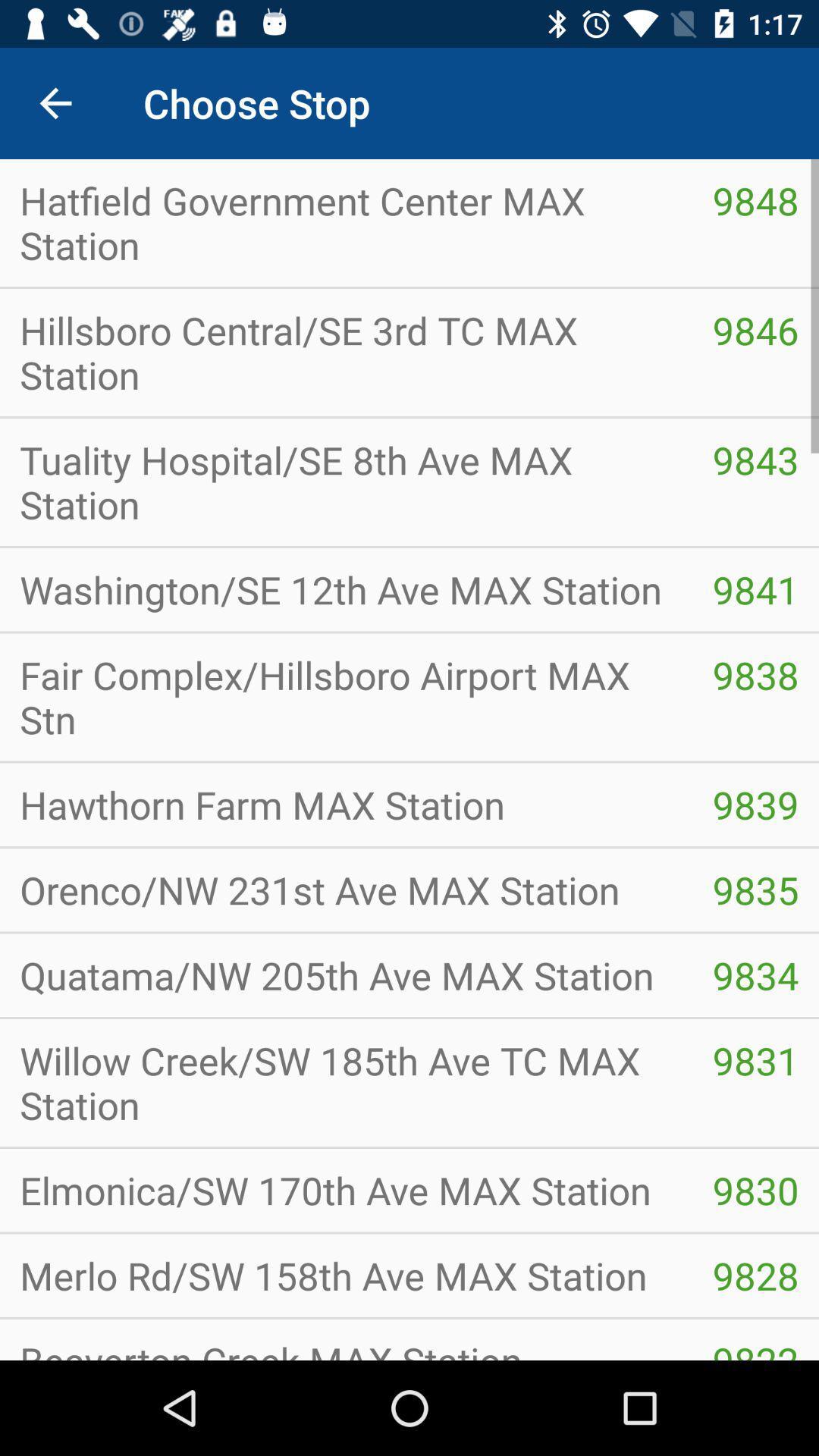 The image size is (819, 1456). I want to click on the item to the right of hatfield government center item, so click(755, 199).